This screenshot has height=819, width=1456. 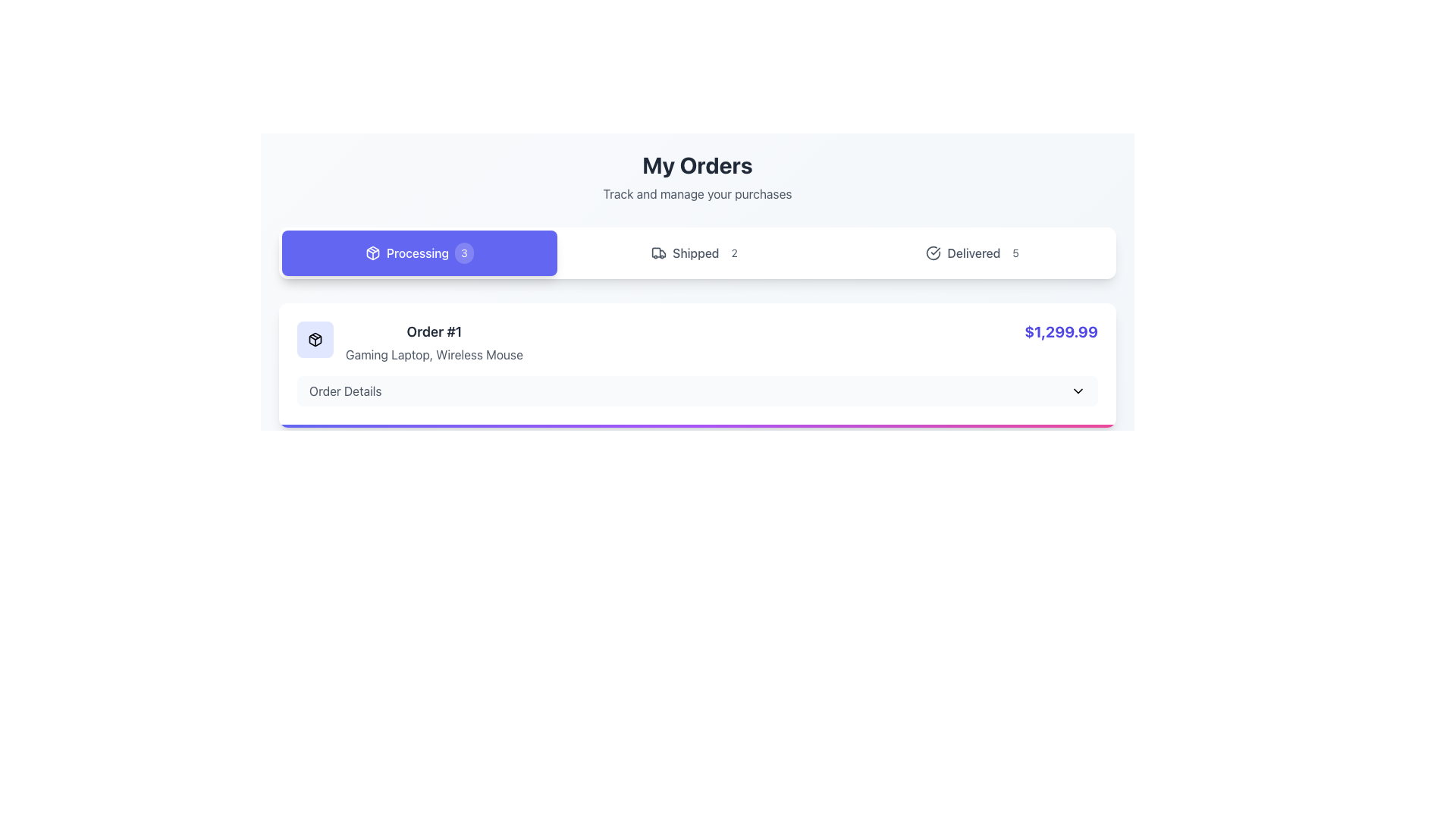 What do you see at coordinates (697, 193) in the screenshot?
I see `the static text element that reads 'Track and manage your purchases', which is styled in a medium-sized, light gray font and located directly beneath the title 'My Orders'` at bounding box center [697, 193].